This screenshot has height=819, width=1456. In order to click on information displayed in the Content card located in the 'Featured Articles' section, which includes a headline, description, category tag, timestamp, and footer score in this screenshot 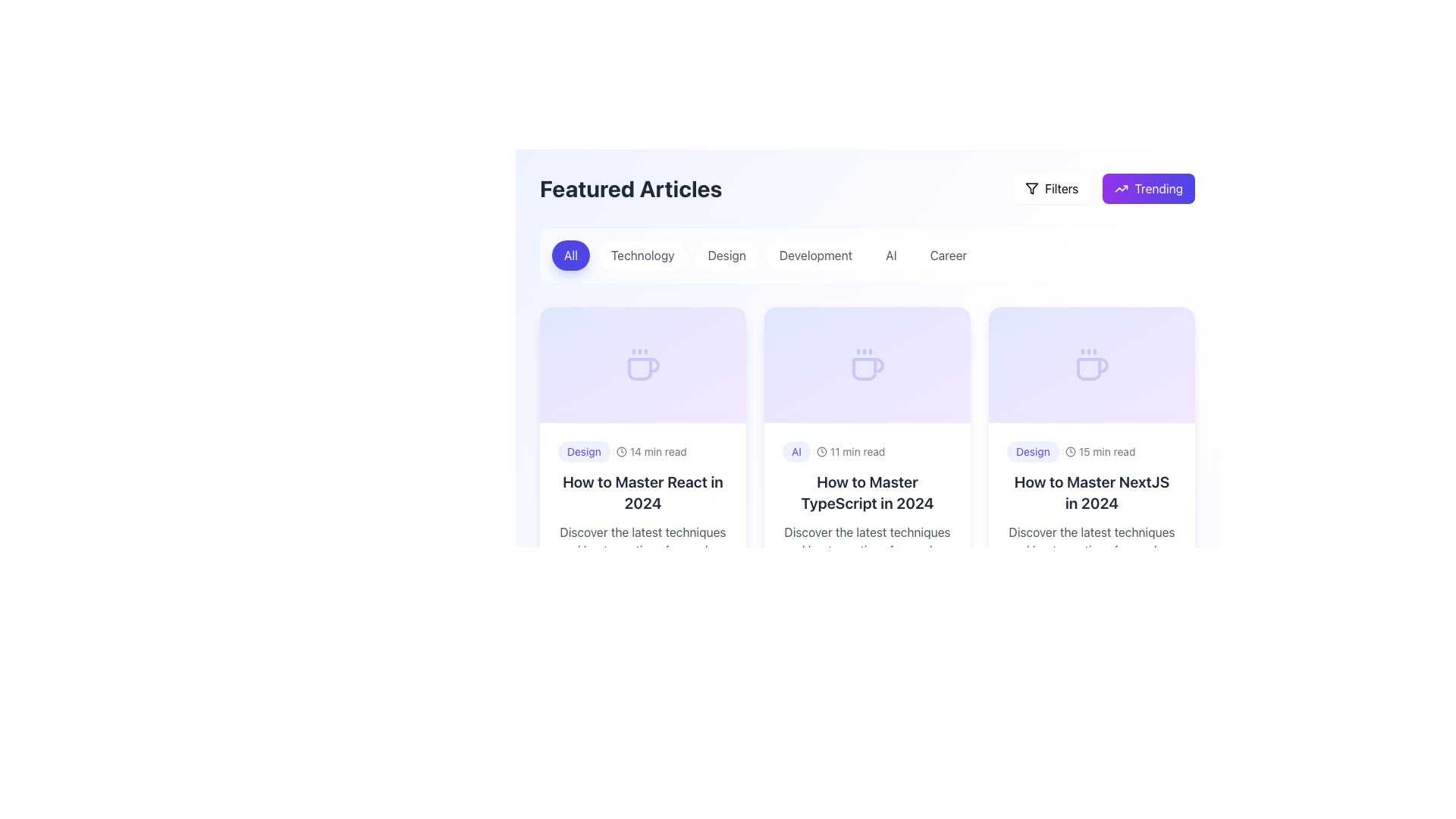, I will do `click(867, 519)`.